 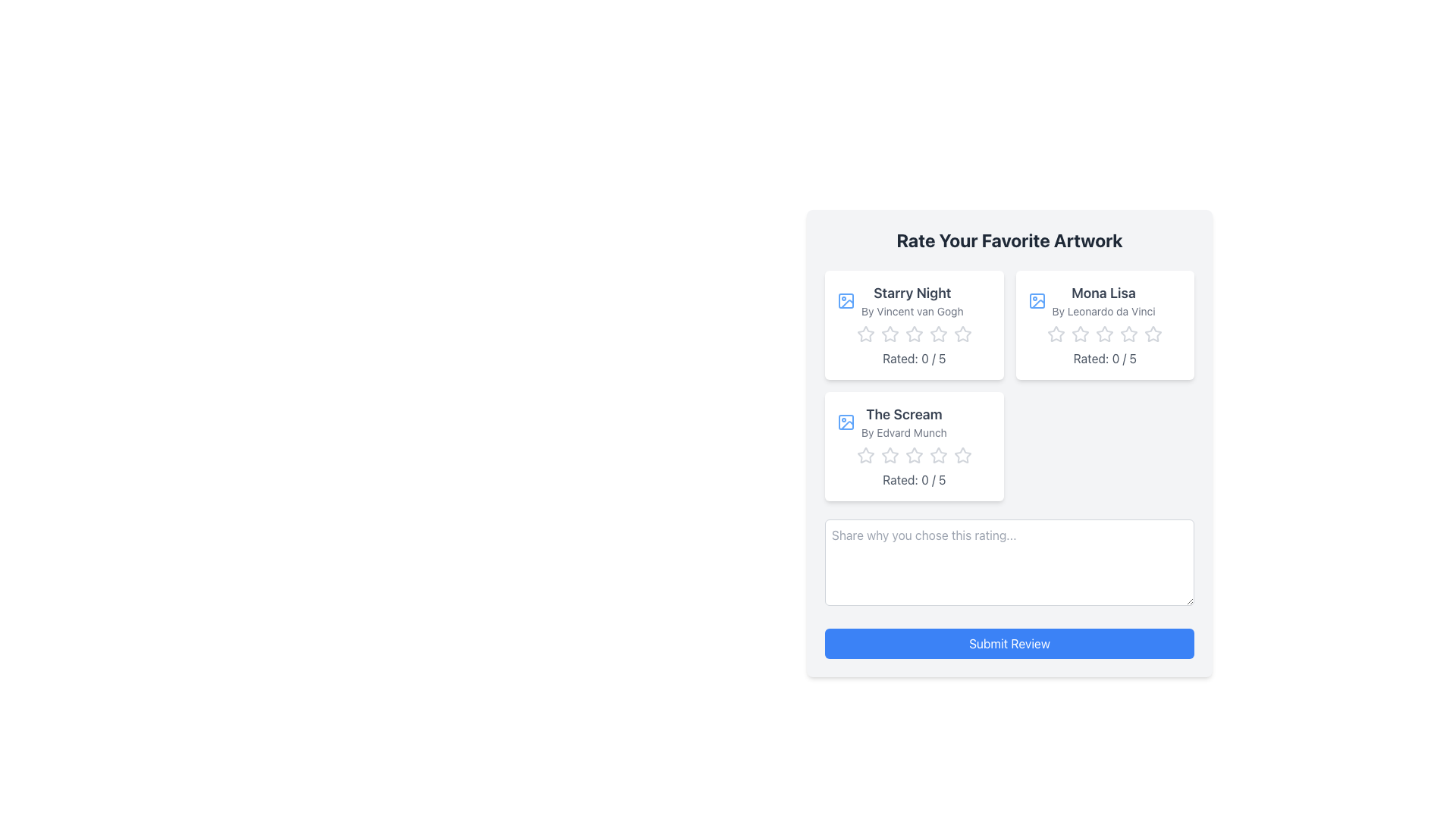 I want to click on the fifth star-shaped icon in the rating system of the 'Mona Lisa' section, so click(x=1153, y=333).